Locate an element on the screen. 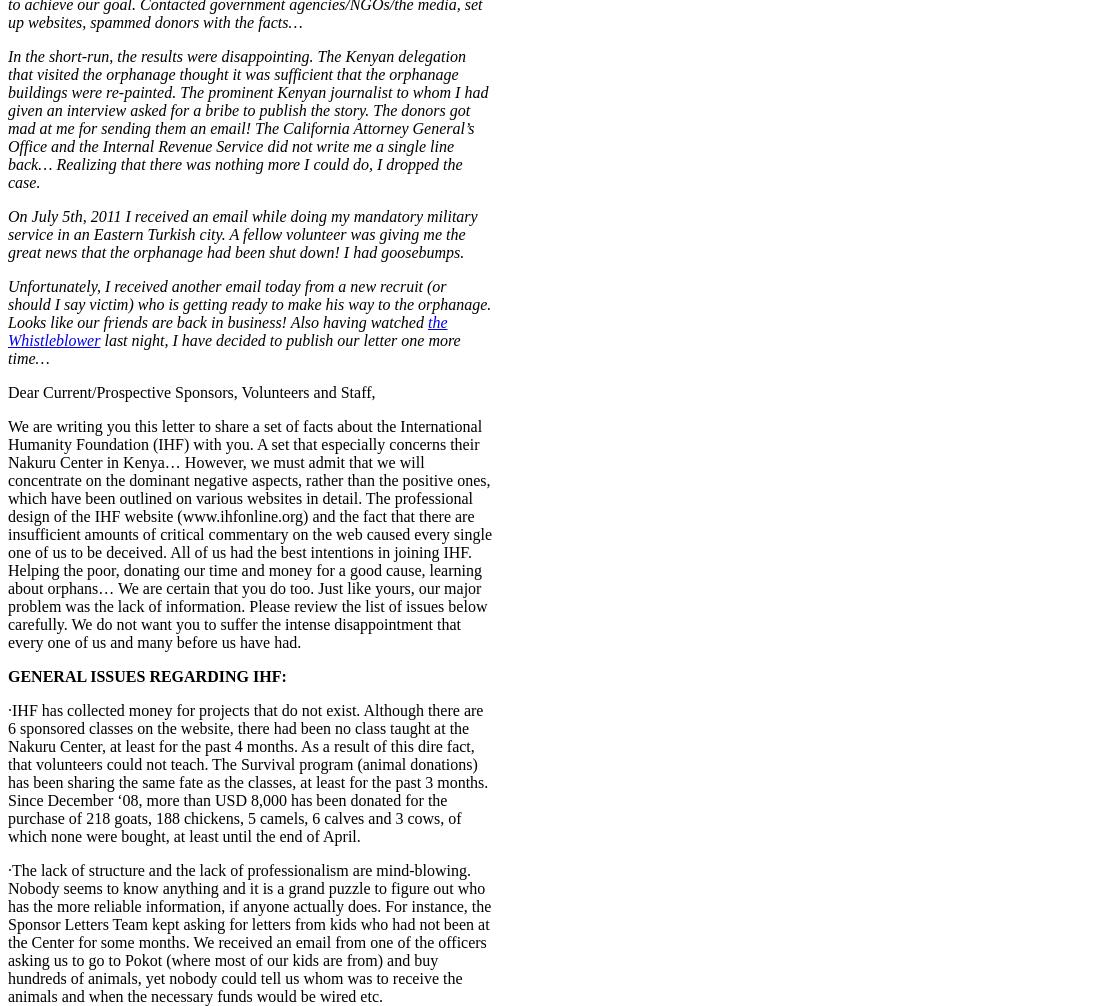  'Unfortunately, I received another email today from a new recruit (or should I say victim) who is getting ready to make his way to the orphanage. Looks like our friends are back in business! Also having watched' is located at coordinates (249, 302).